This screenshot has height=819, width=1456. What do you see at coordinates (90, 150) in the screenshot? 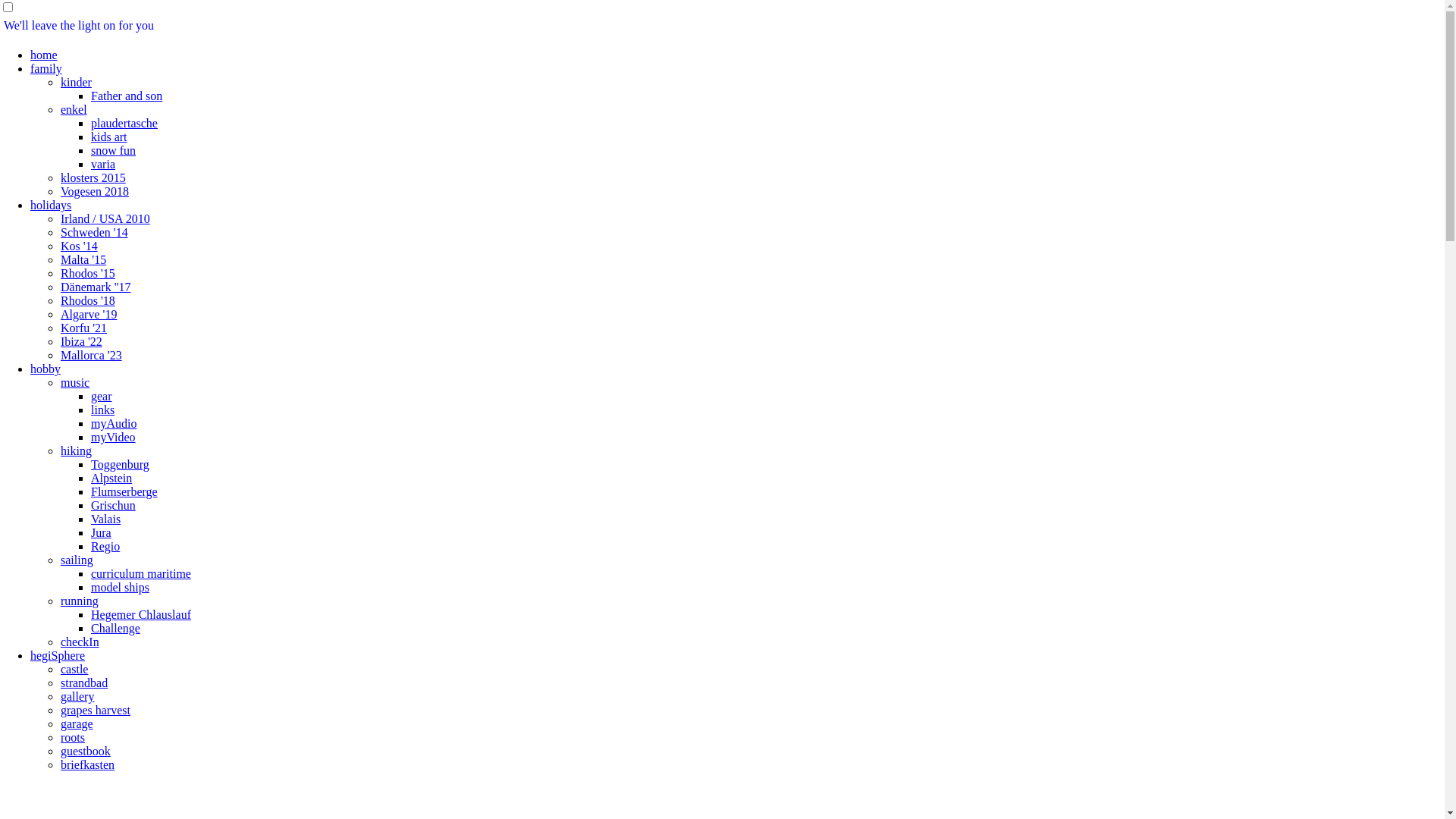
I see `'snow fun'` at bounding box center [90, 150].